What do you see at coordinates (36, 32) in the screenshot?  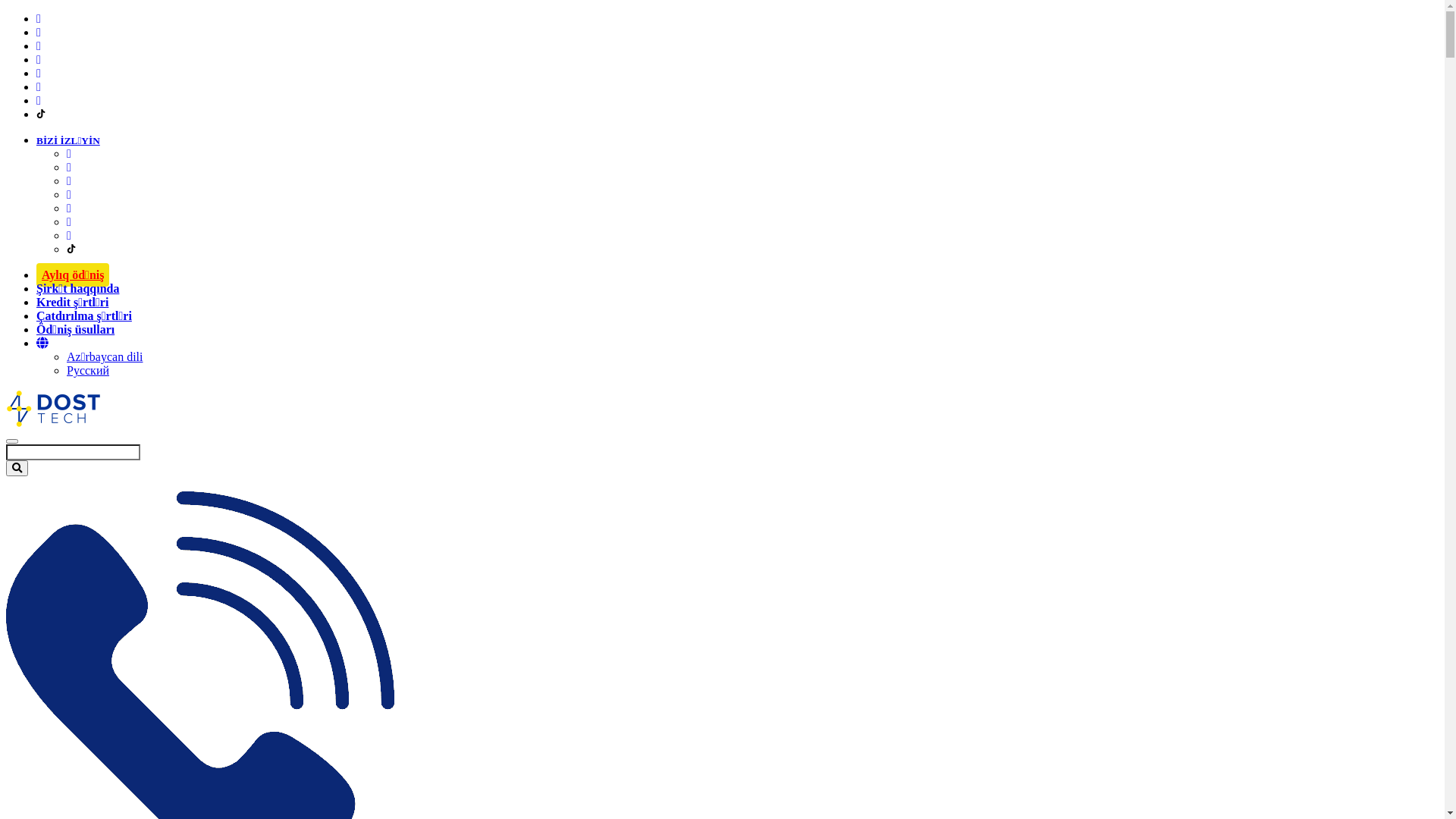 I see `'Instagram'` at bounding box center [36, 32].